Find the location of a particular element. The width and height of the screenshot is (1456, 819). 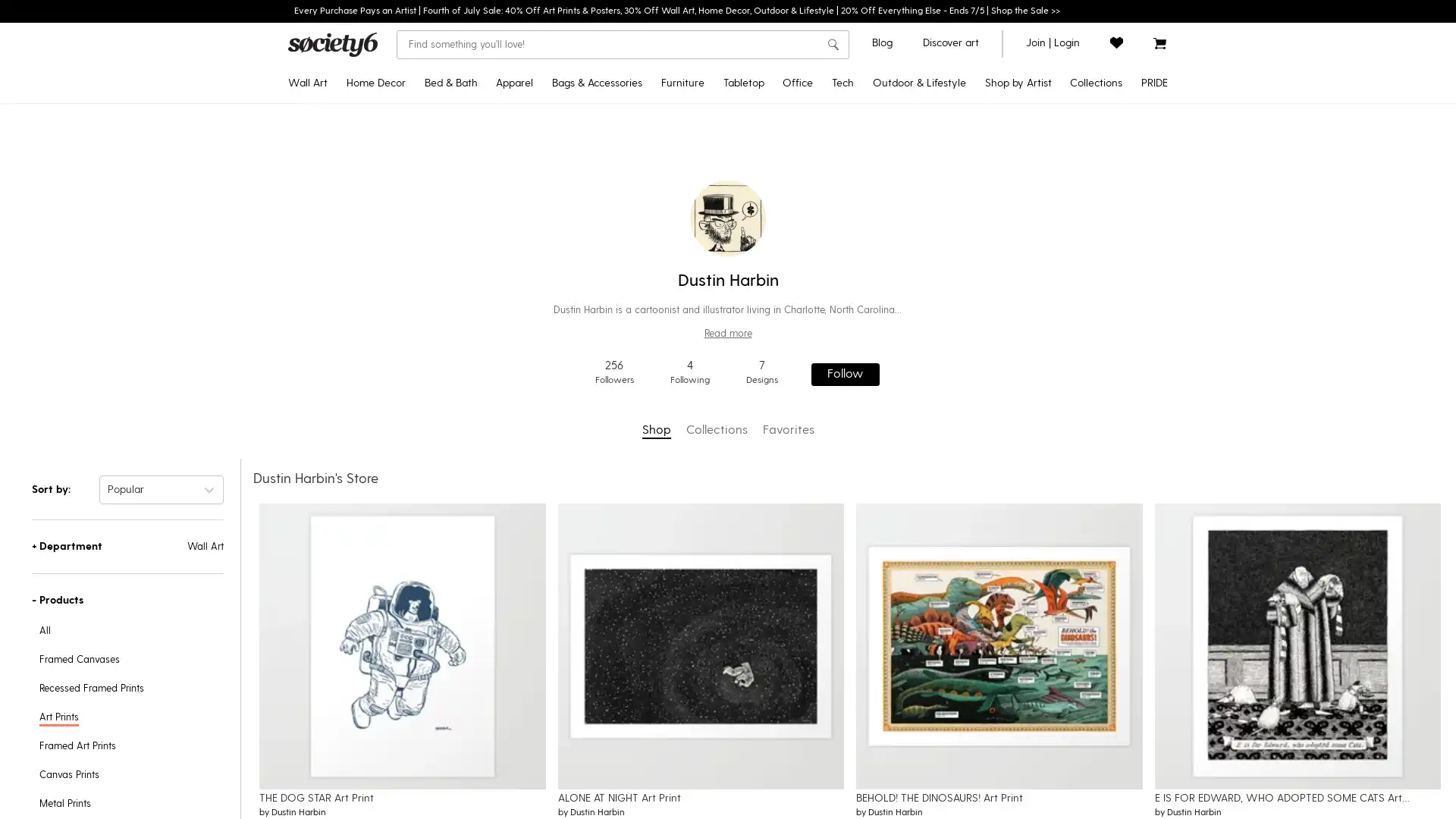

2022 Home Decor Guide is located at coordinates (1040, 171).